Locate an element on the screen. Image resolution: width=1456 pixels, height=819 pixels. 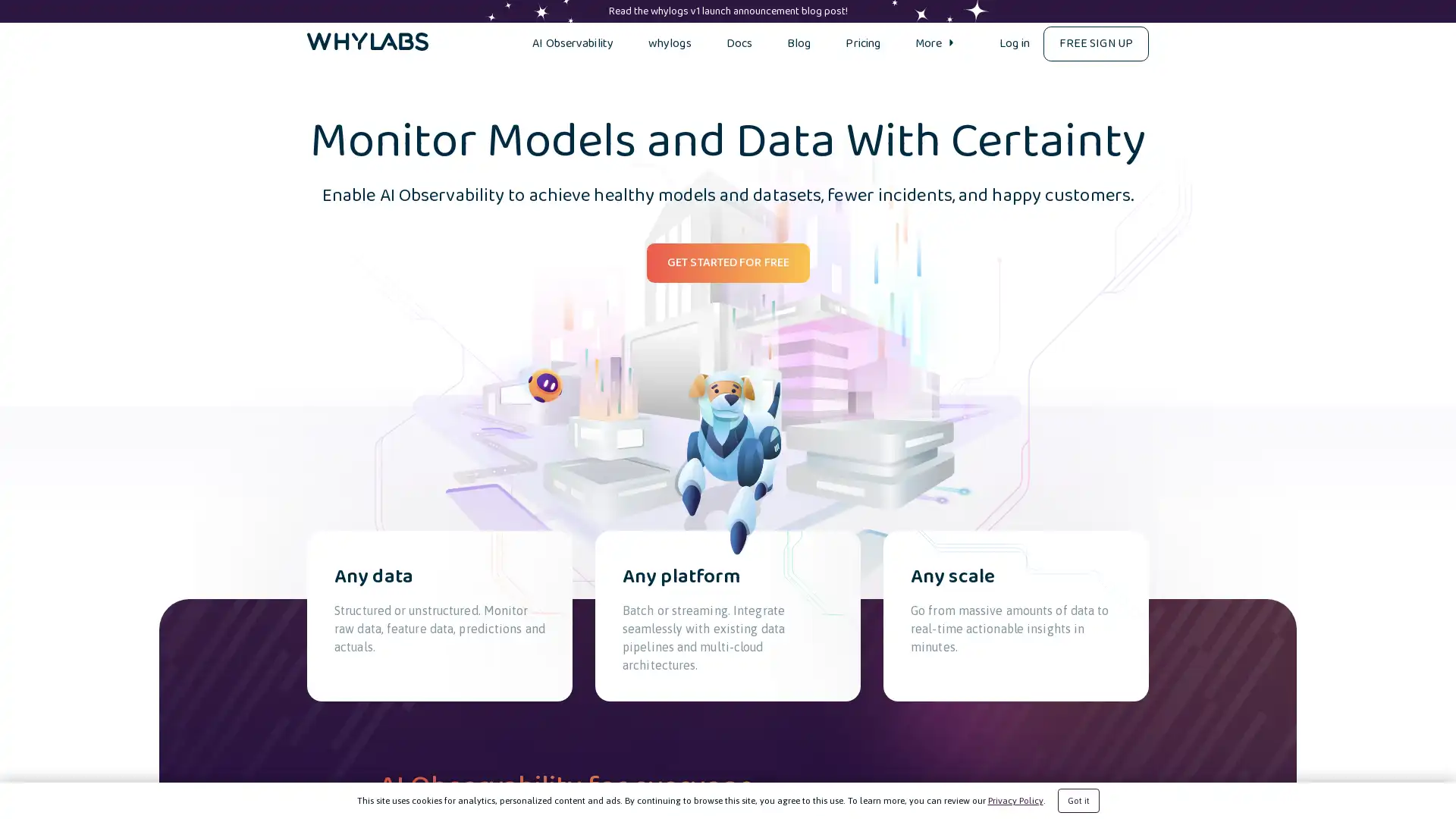
whylogs is located at coordinates (668, 42).